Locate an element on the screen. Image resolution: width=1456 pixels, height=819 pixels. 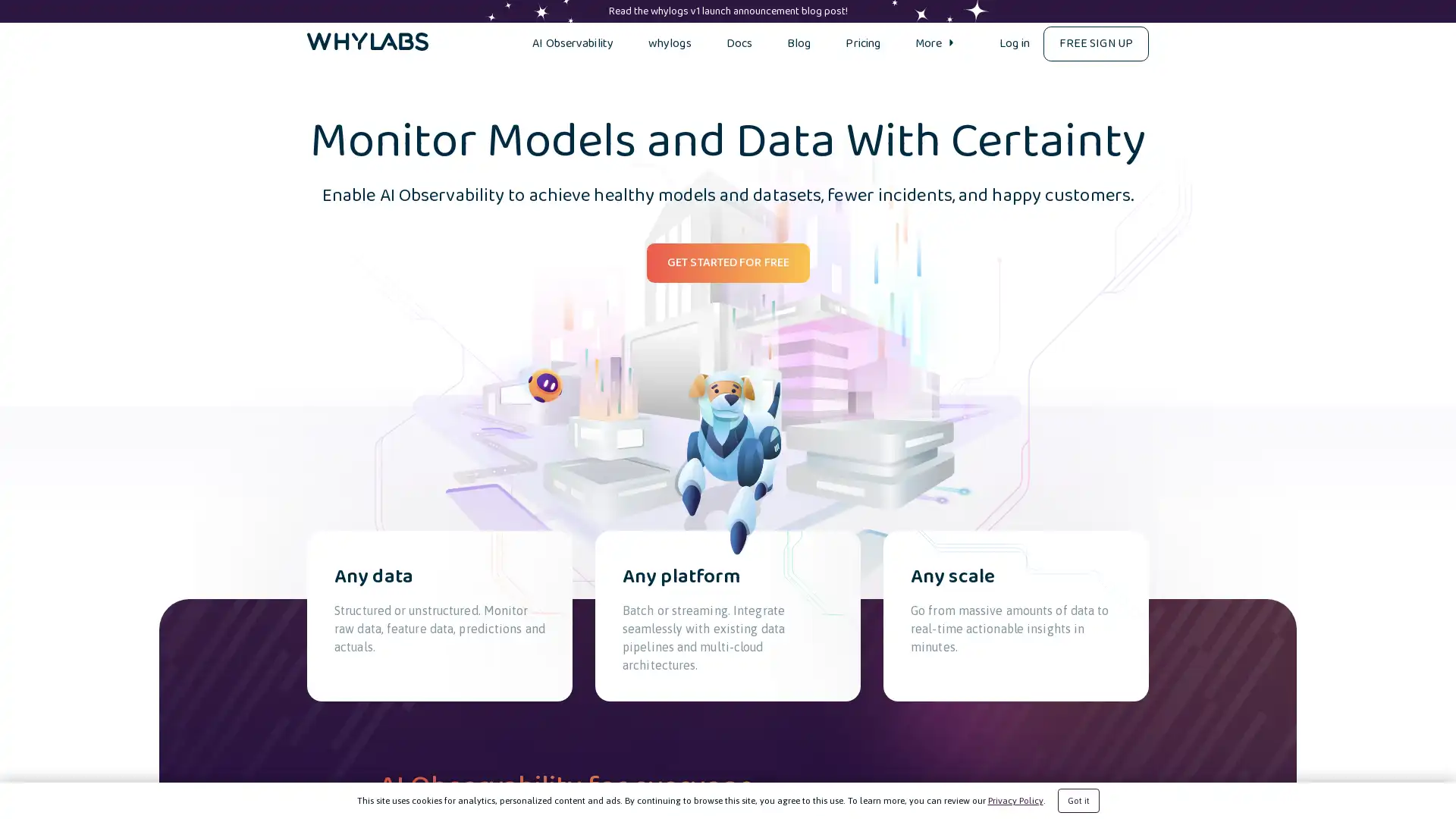
whylogs is located at coordinates (668, 42).